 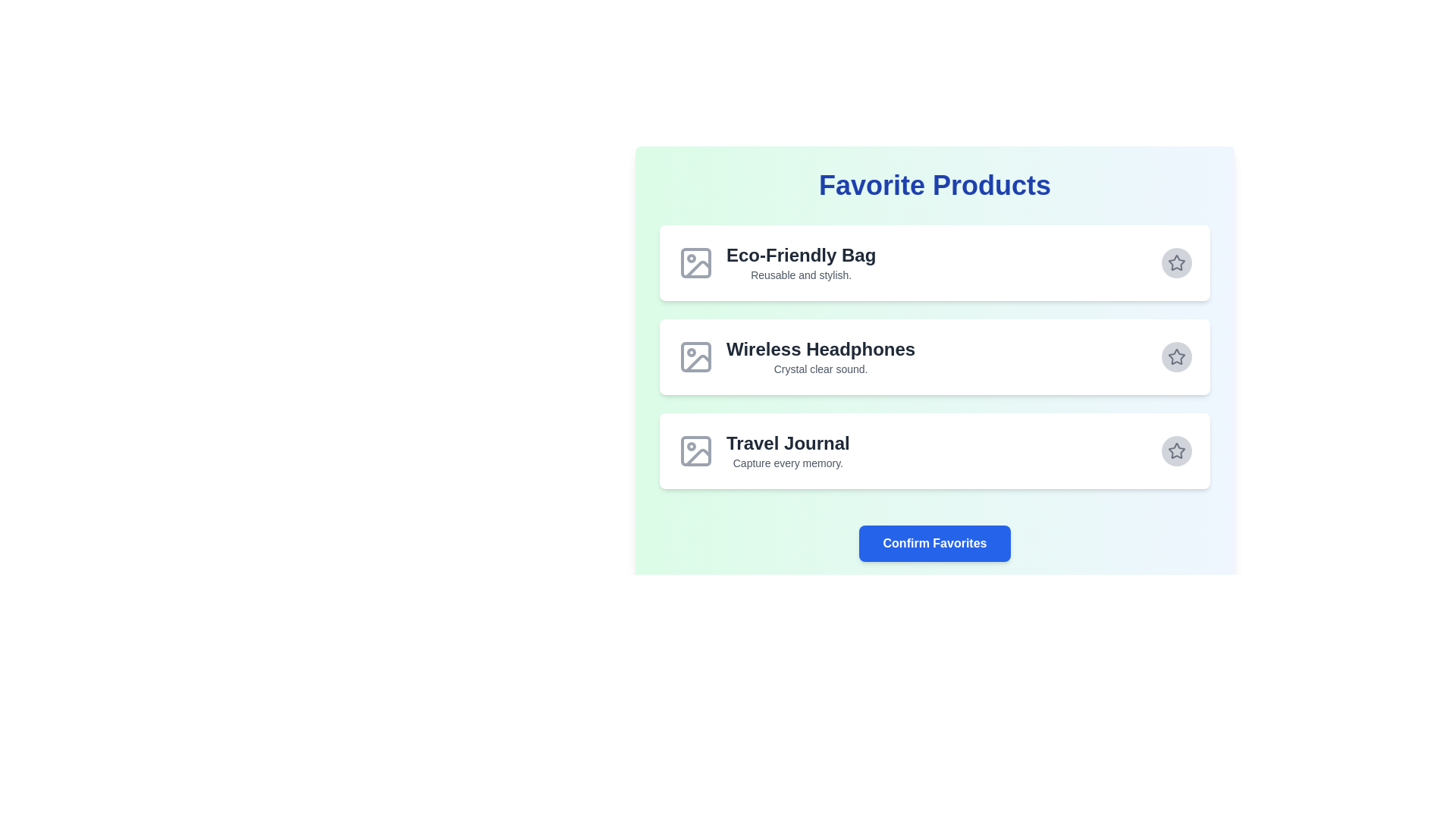 I want to click on star button for the product Travel Journal to toggle its favorite status, so click(x=1175, y=450).